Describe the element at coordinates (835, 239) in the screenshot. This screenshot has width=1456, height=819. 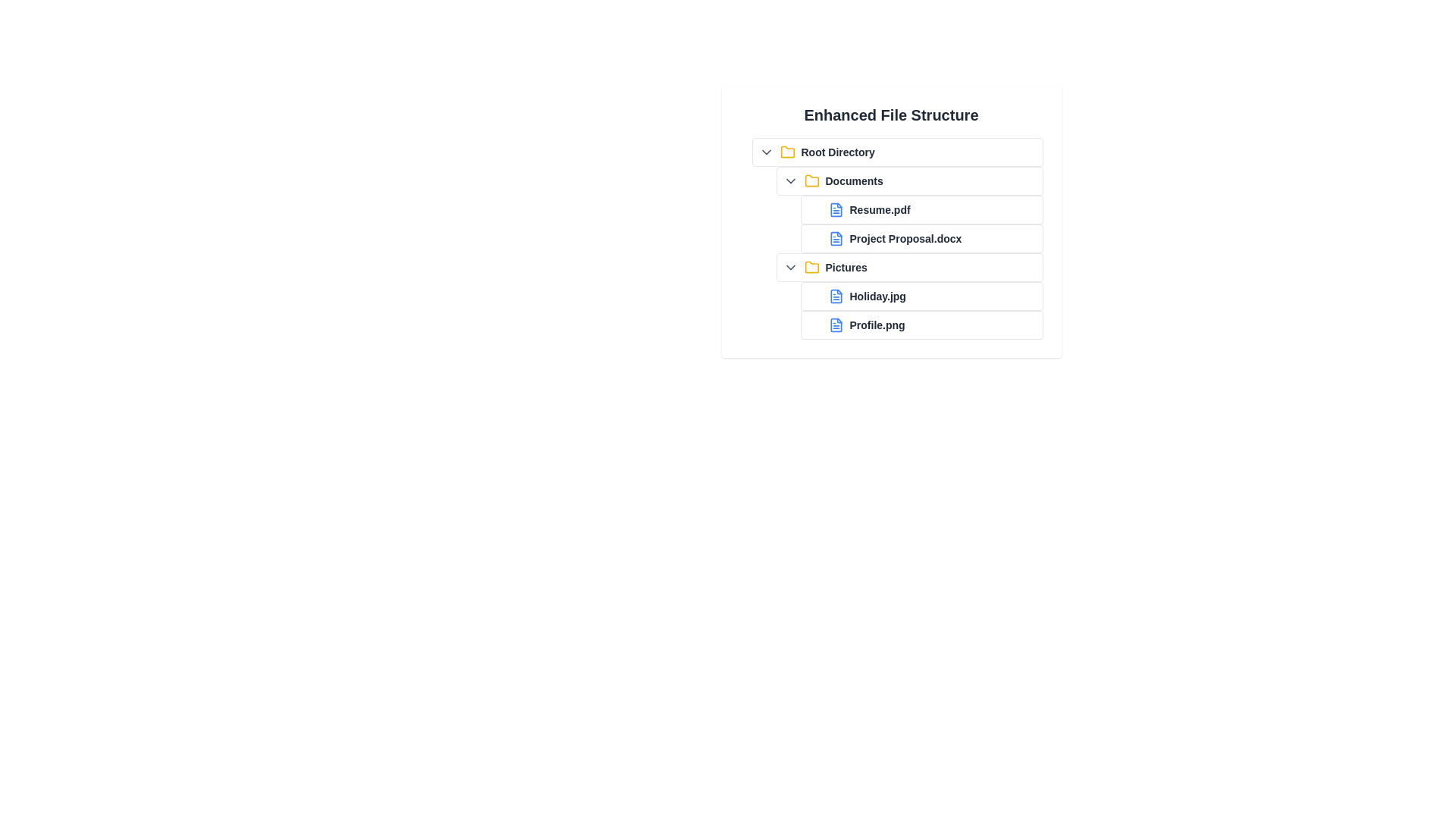
I see `the Icon element representing a document file type, located directly to the left of the 'Project Proposal.docx' text element in the 'Documents' section` at that location.